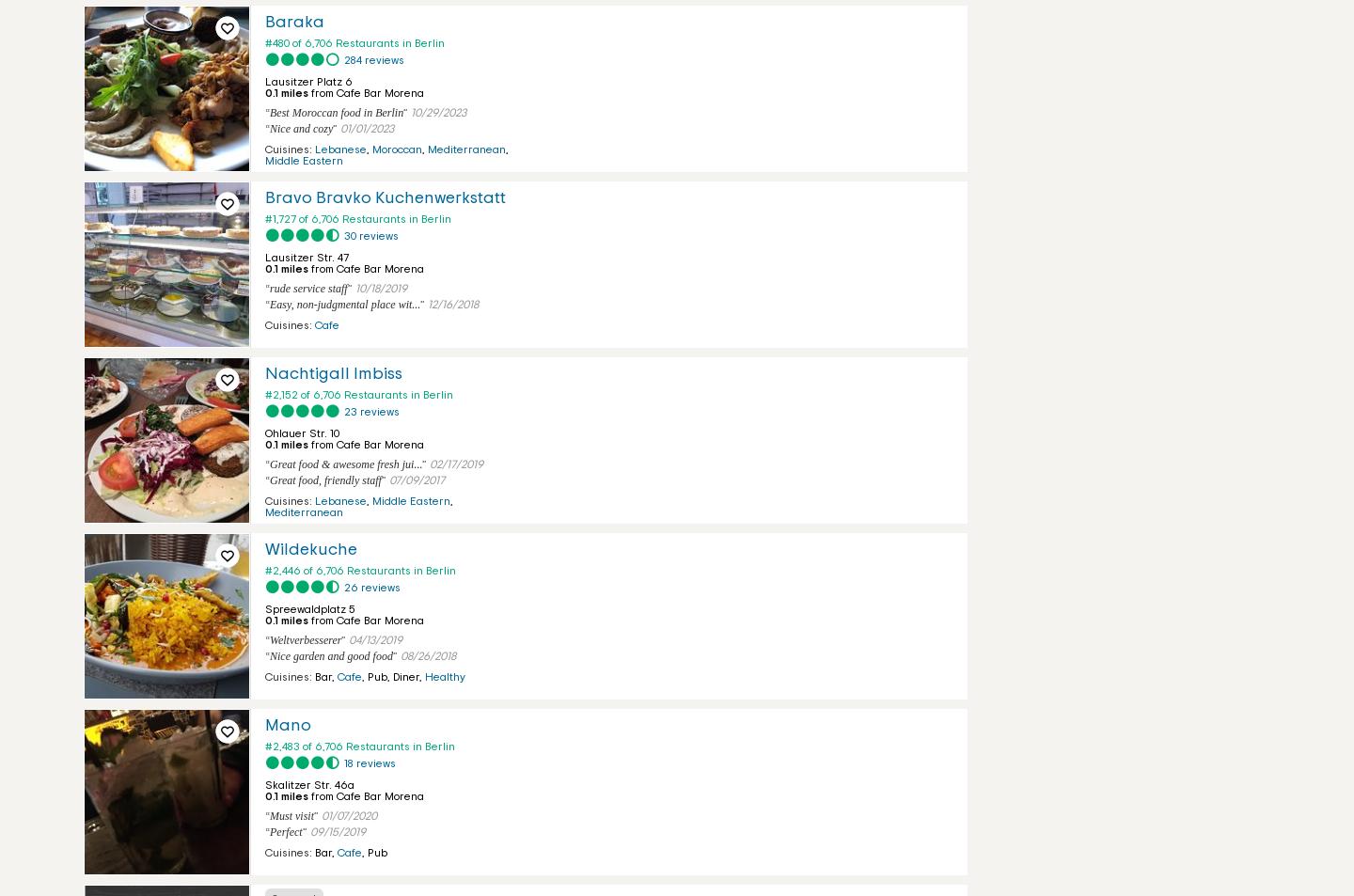 This screenshot has width=1354, height=896. I want to click on '#480 of 6,706 Restaurants in Berlin', so click(354, 42).